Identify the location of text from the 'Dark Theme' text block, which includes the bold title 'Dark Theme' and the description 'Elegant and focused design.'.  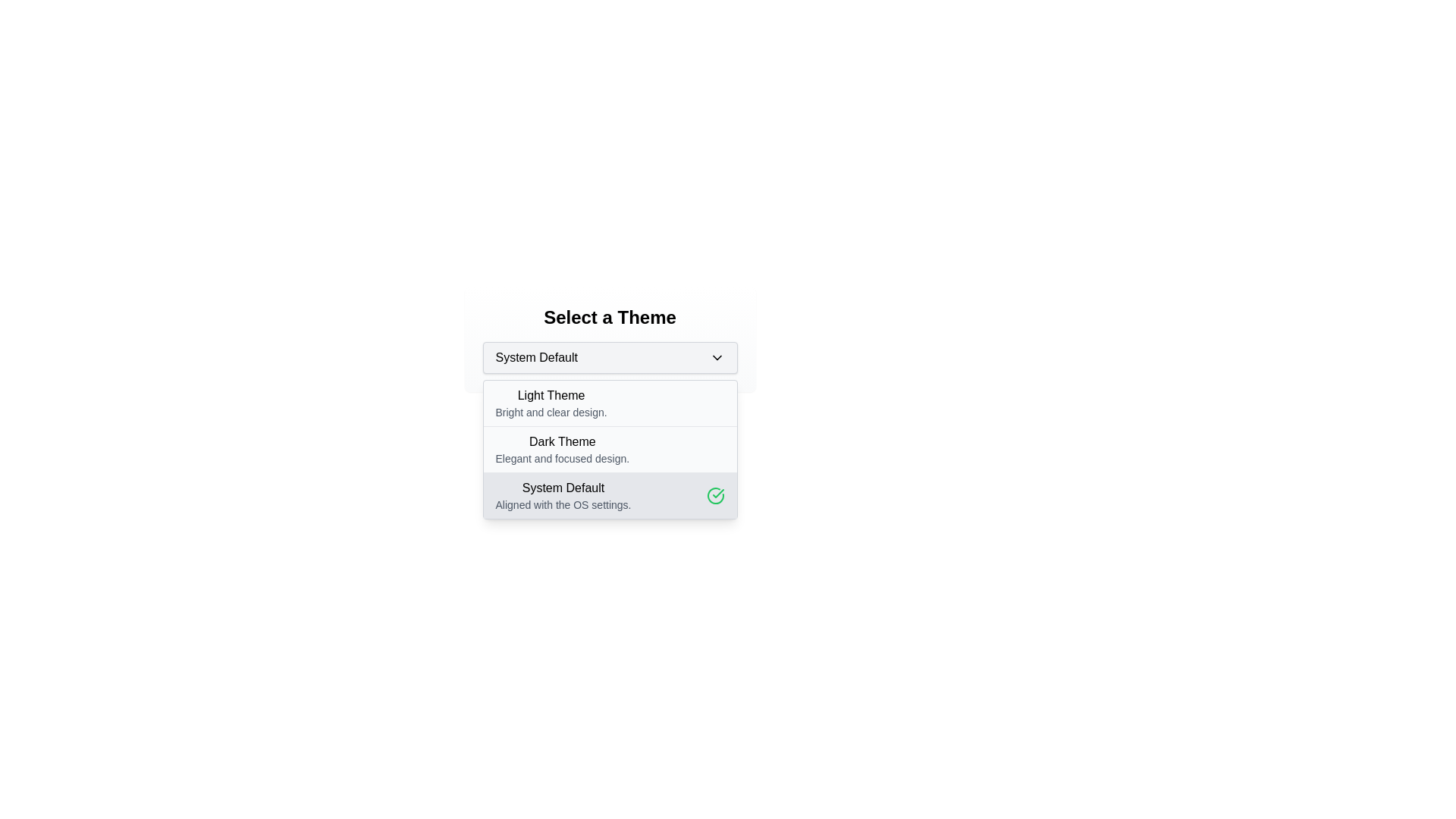
(610, 448).